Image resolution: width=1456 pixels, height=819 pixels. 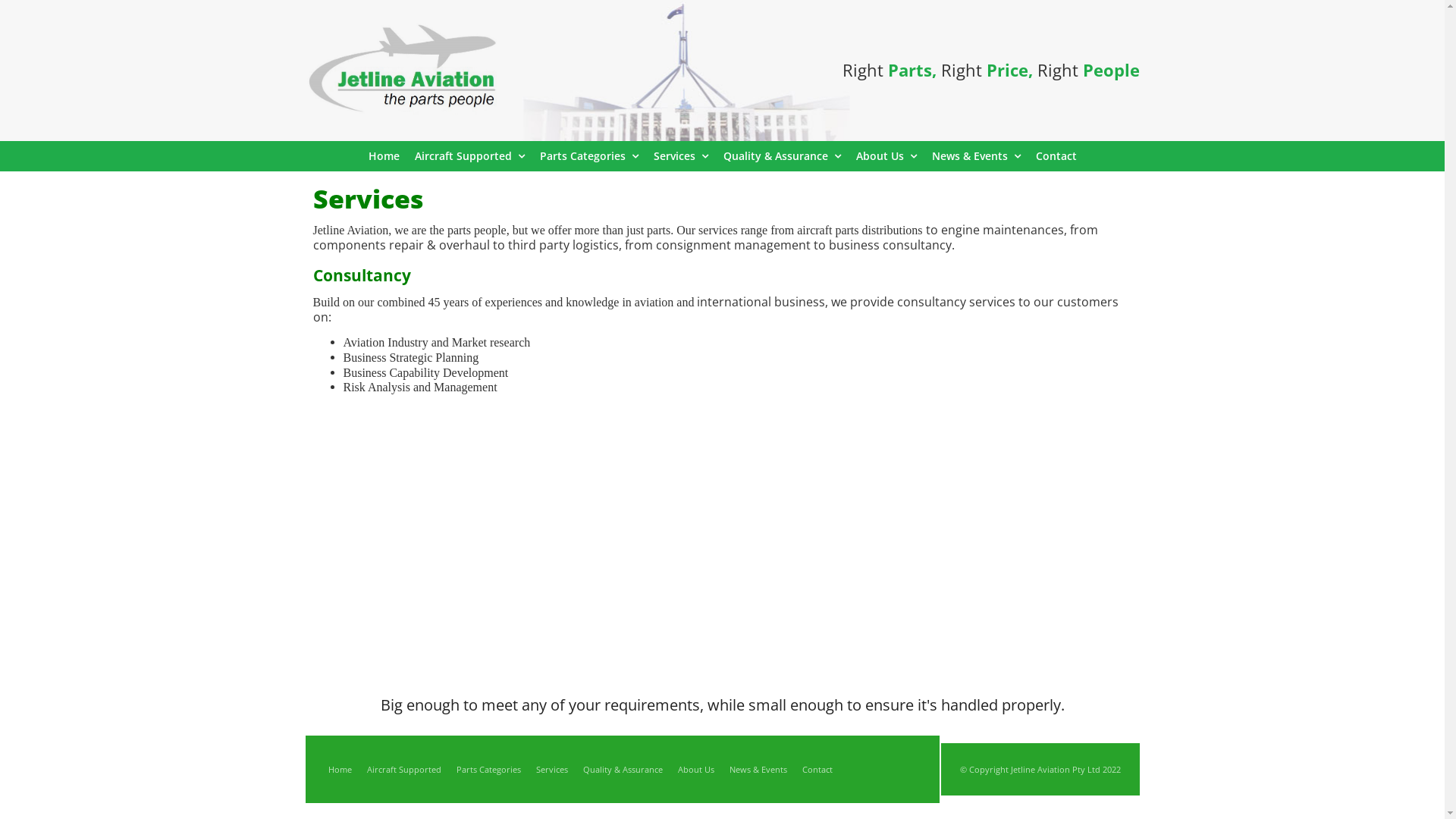 What do you see at coordinates (588, 155) in the screenshot?
I see `'Parts Categories'` at bounding box center [588, 155].